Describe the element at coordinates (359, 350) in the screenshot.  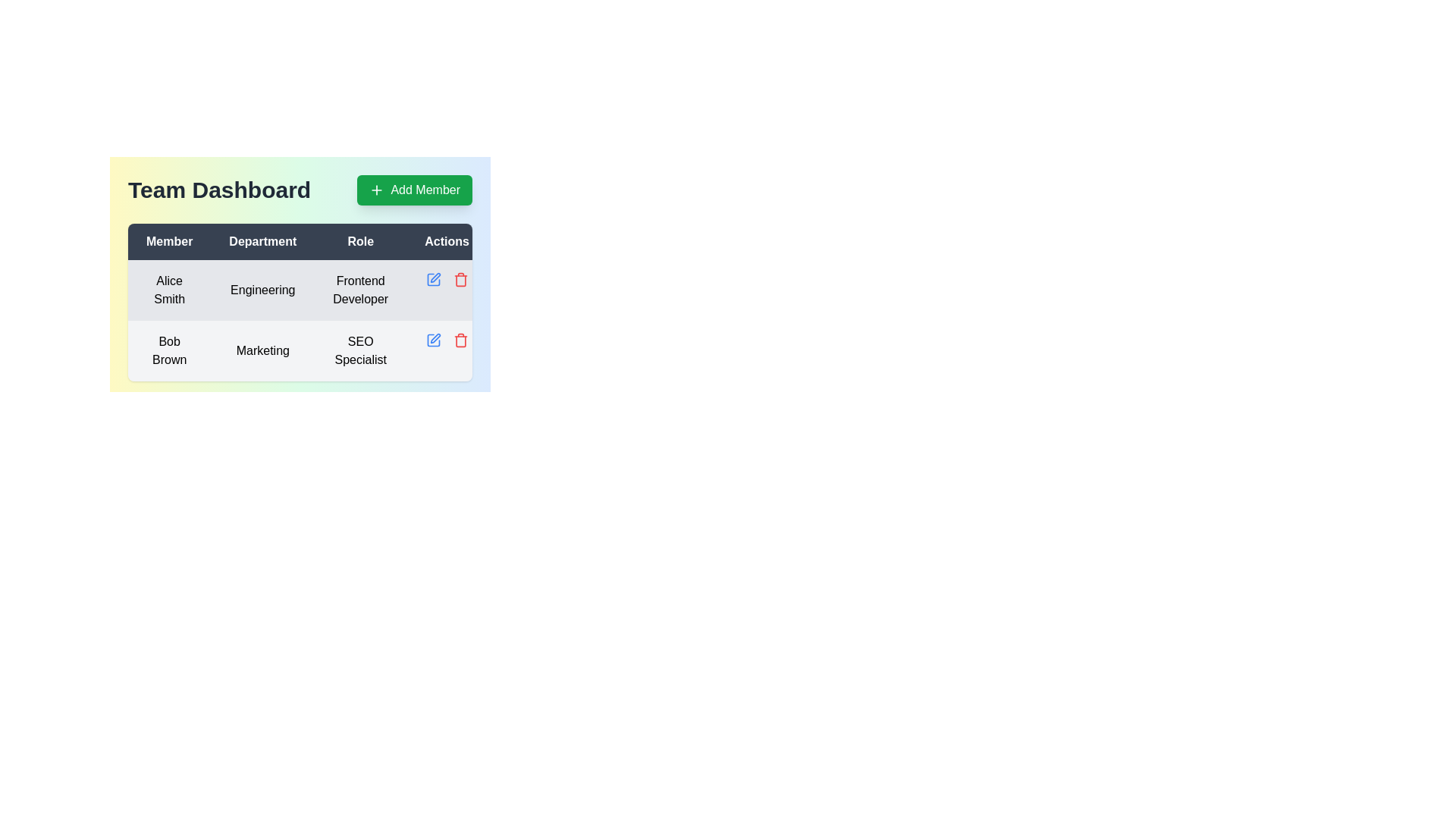
I see `the Text Label that contains the text 'SEO Specialist' located in the second row under the 'Role' column of the table aligned with user 'Bob Brown' from the 'Marketing' department` at that location.